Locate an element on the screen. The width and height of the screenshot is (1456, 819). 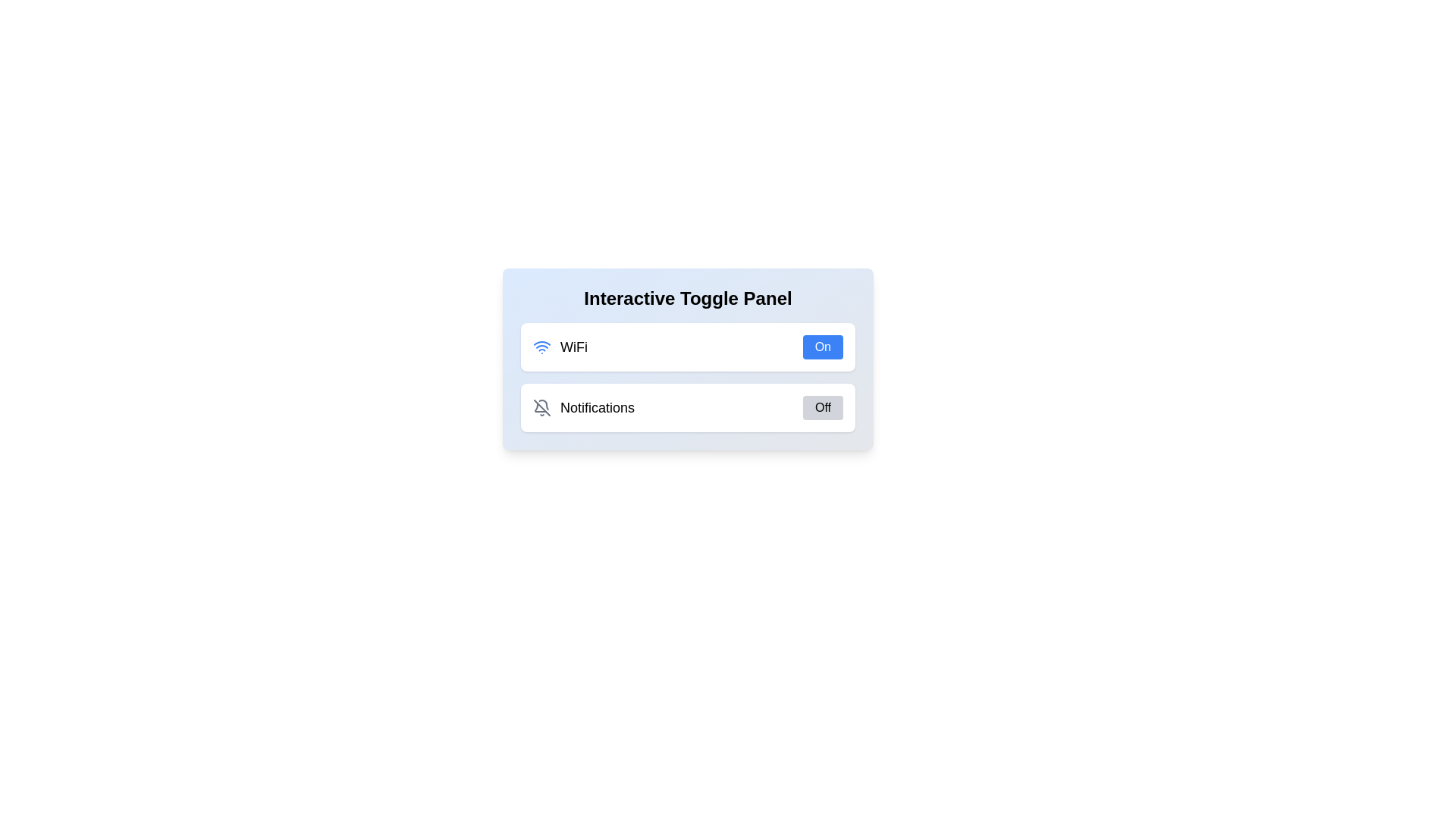
the WiFi toggle button to change its state is located at coordinates (821, 347).